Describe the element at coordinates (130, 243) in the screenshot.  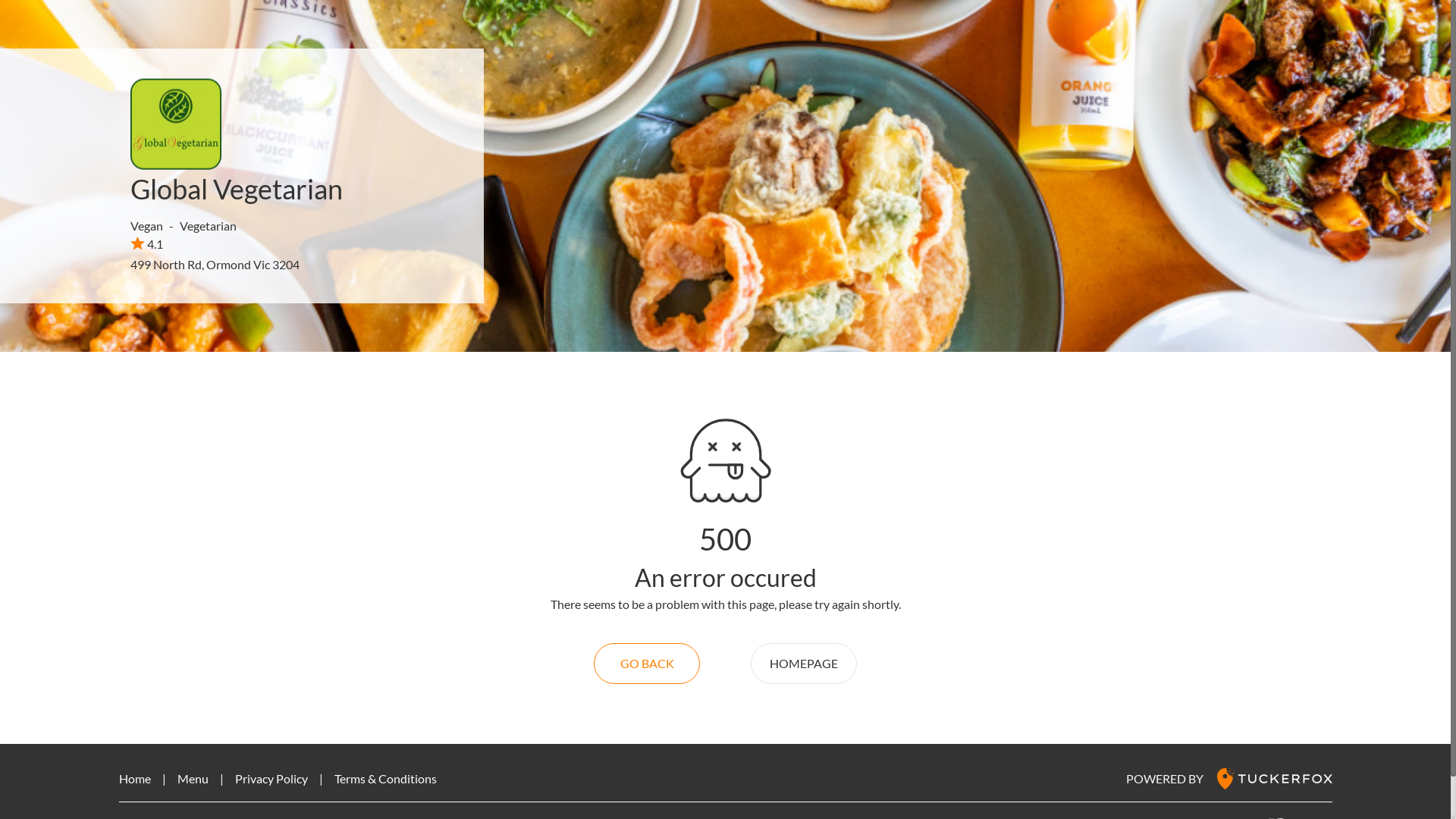
I see `'4.1'` at that location.